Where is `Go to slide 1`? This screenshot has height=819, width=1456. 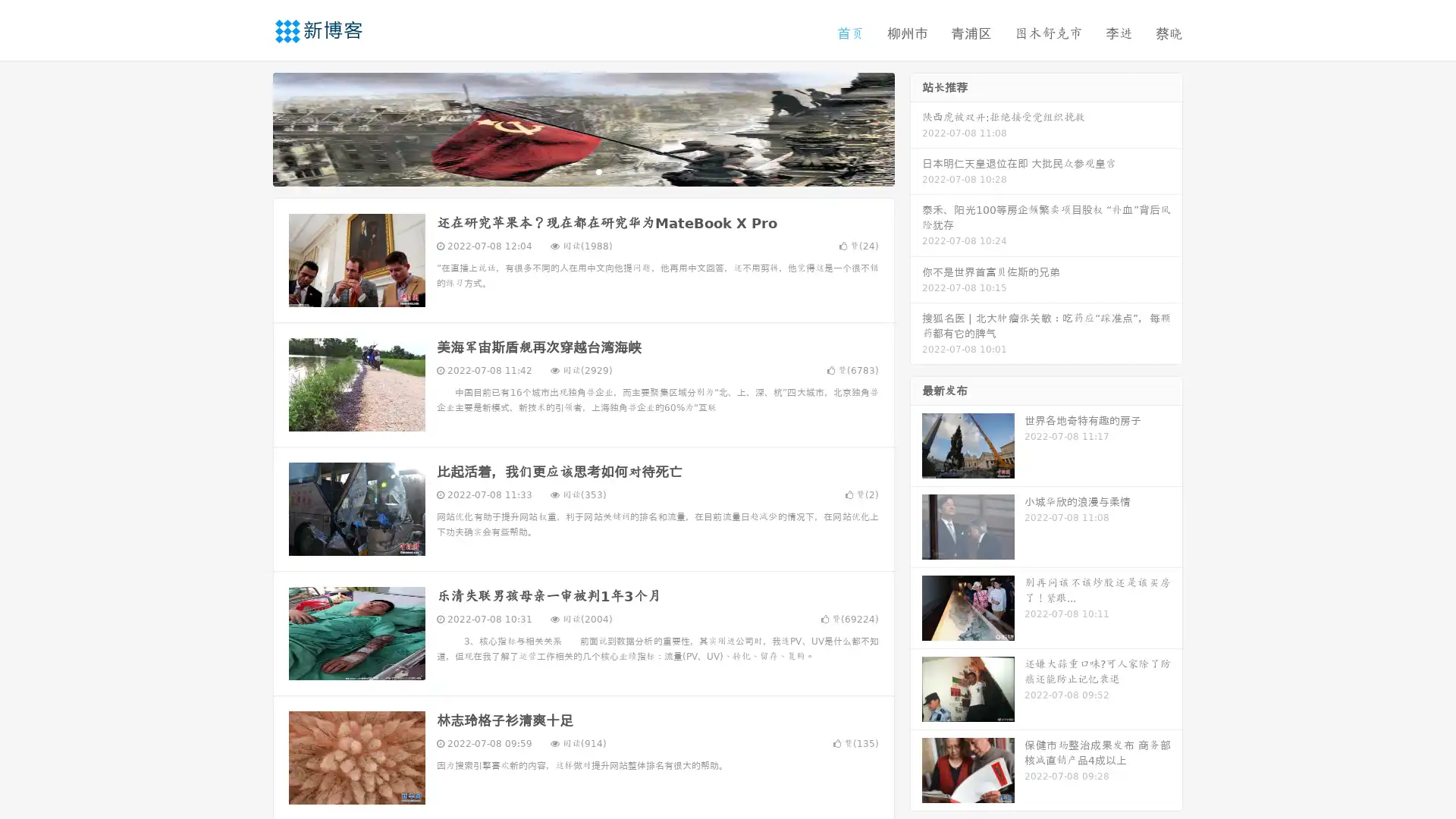 Go to slide 1 is located at coordinates (567, 171).